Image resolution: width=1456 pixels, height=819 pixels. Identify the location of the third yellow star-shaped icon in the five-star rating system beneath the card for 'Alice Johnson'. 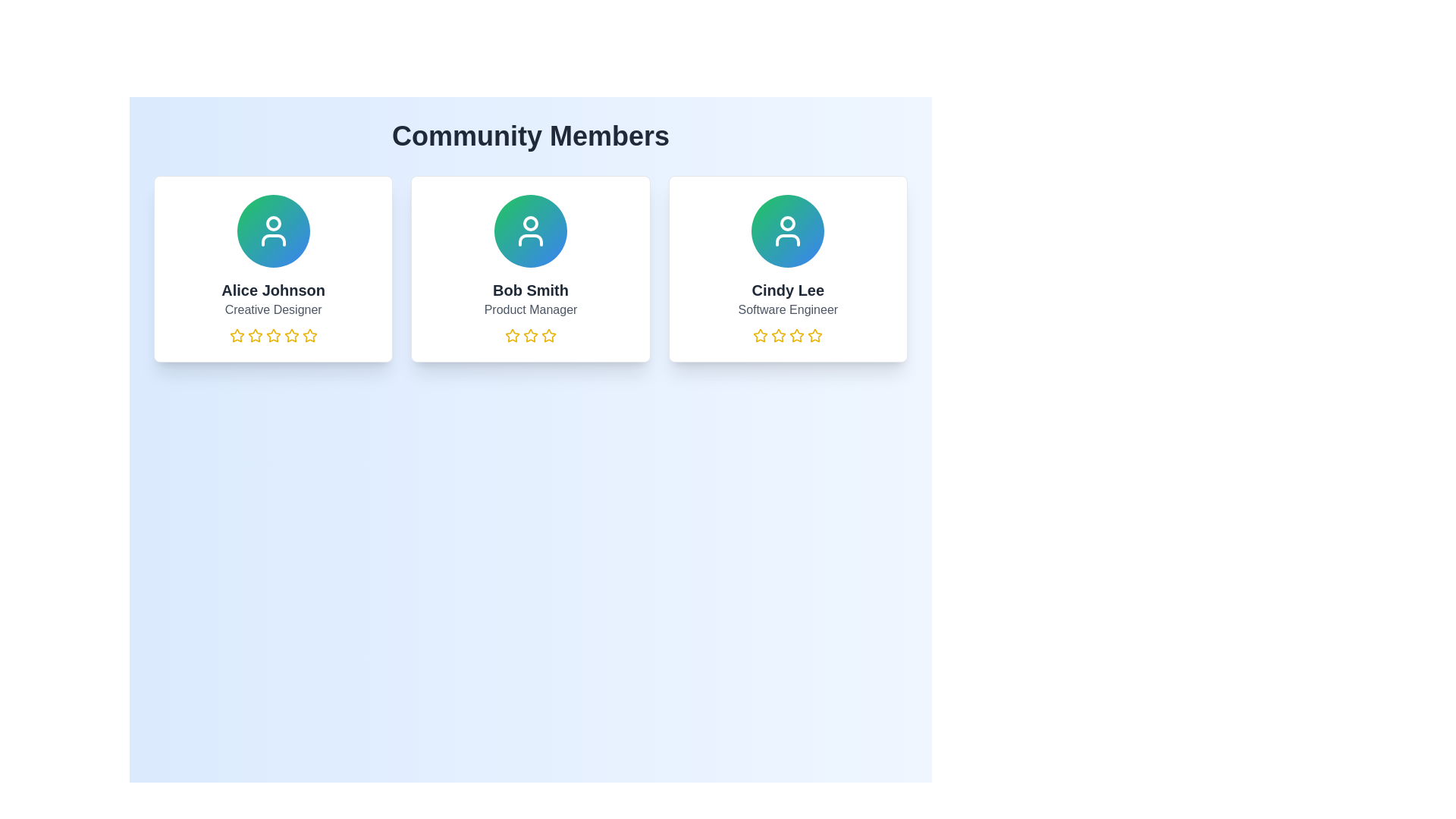
(291, 334).